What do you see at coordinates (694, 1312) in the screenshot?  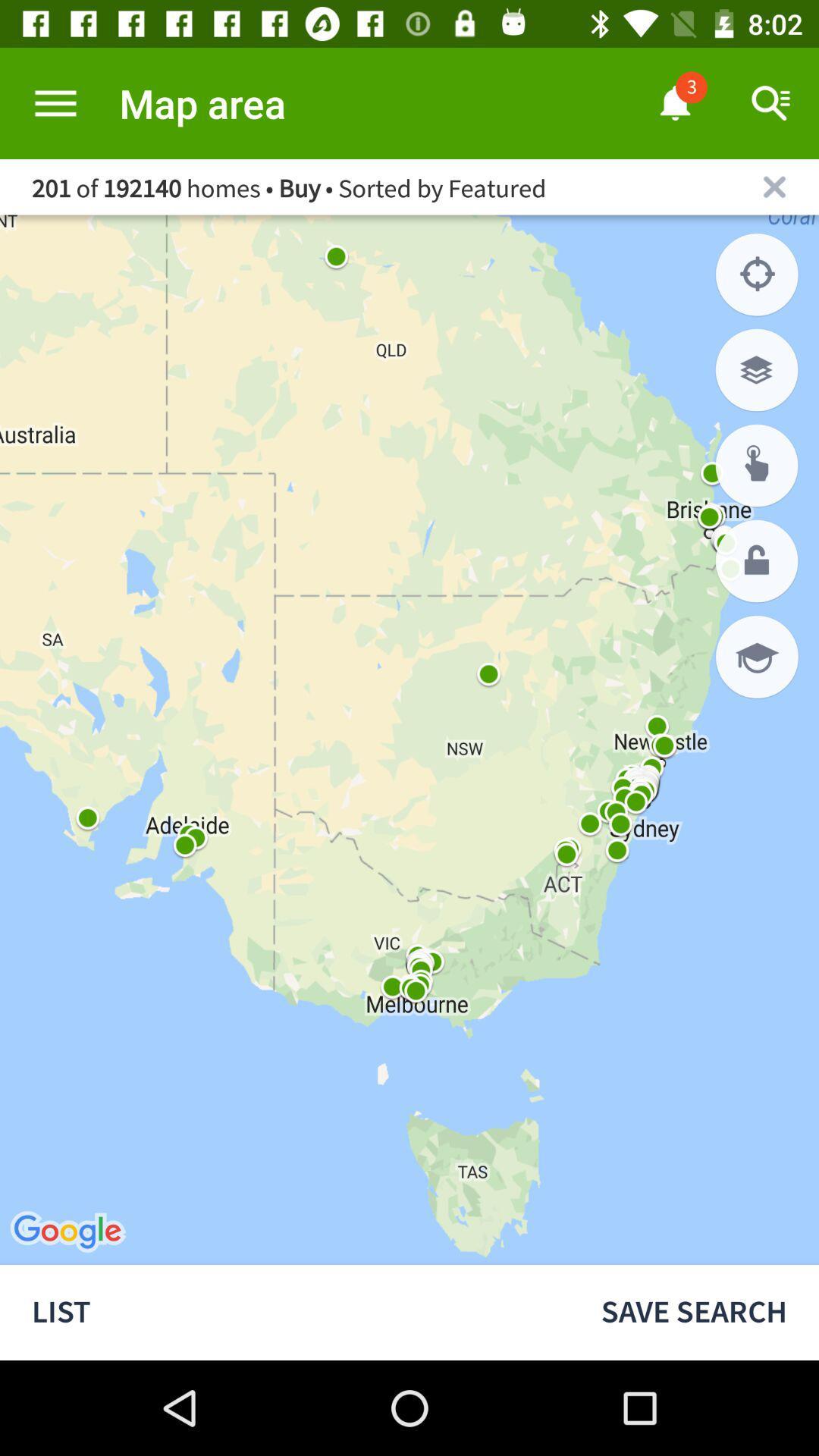 I see `save search at the bottom right corner` at bounding box center [694, 1312].